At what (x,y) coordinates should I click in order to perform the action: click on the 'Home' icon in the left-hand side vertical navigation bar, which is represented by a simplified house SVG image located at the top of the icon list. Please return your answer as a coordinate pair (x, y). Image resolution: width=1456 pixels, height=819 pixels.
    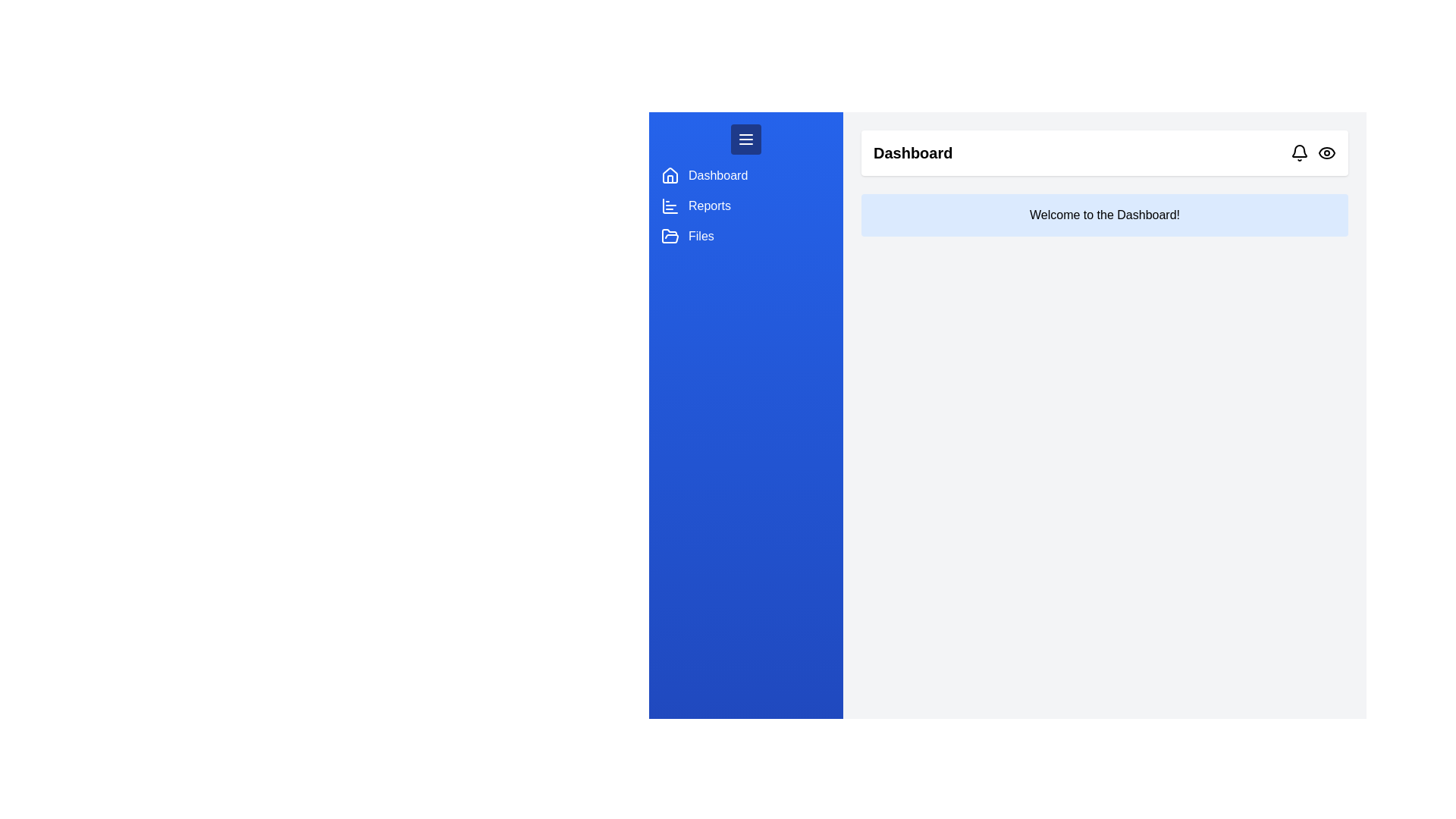
    Looking at the image, I should click on (669, 178).